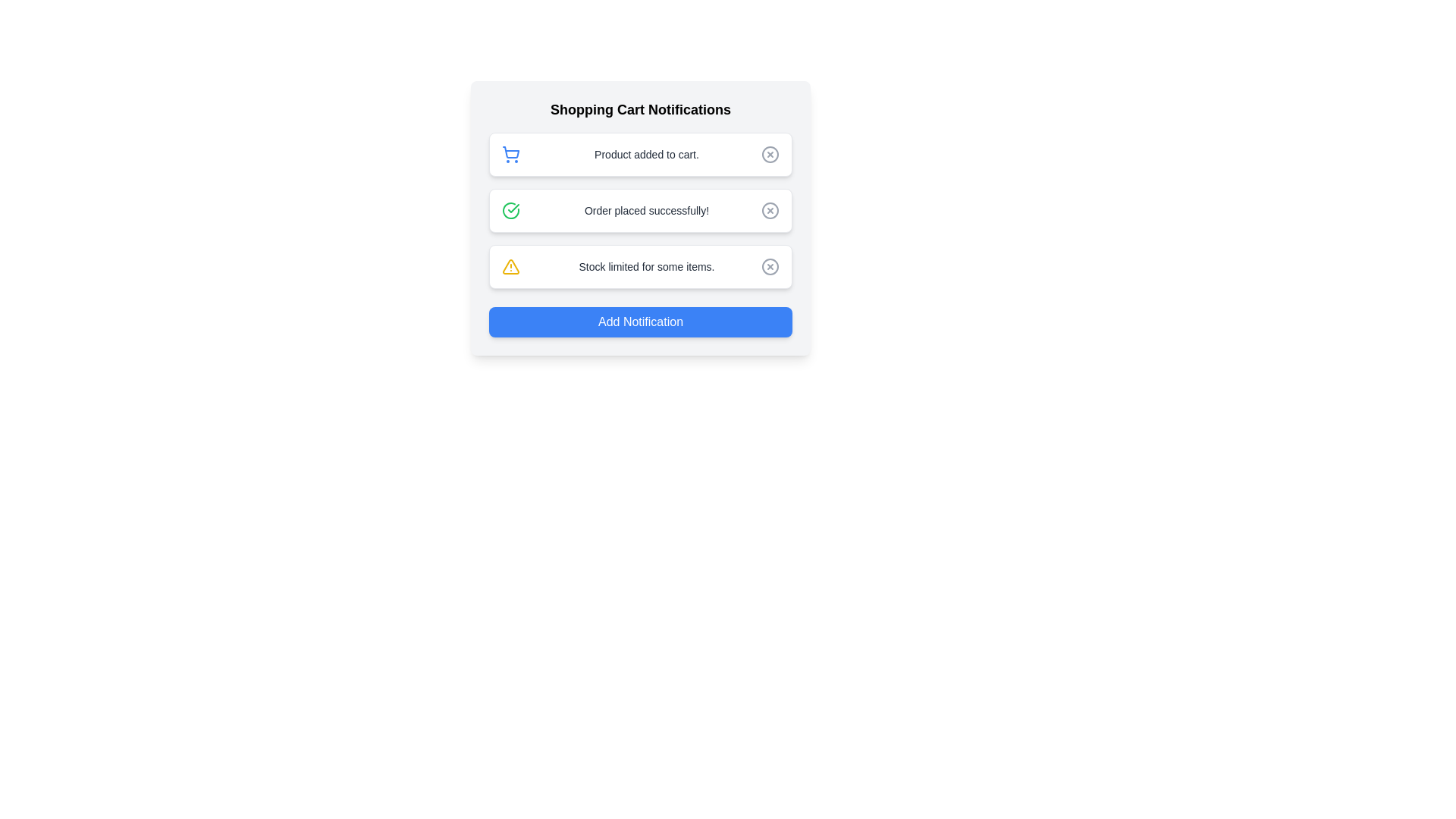 The width and height of the screenshot is (1456, 819). I want to click on the text label that reads 'Order placed successfully!' located in the middle of the three notification cards within the 'Shopping Cart Notifications' panel, so click(647, 210).